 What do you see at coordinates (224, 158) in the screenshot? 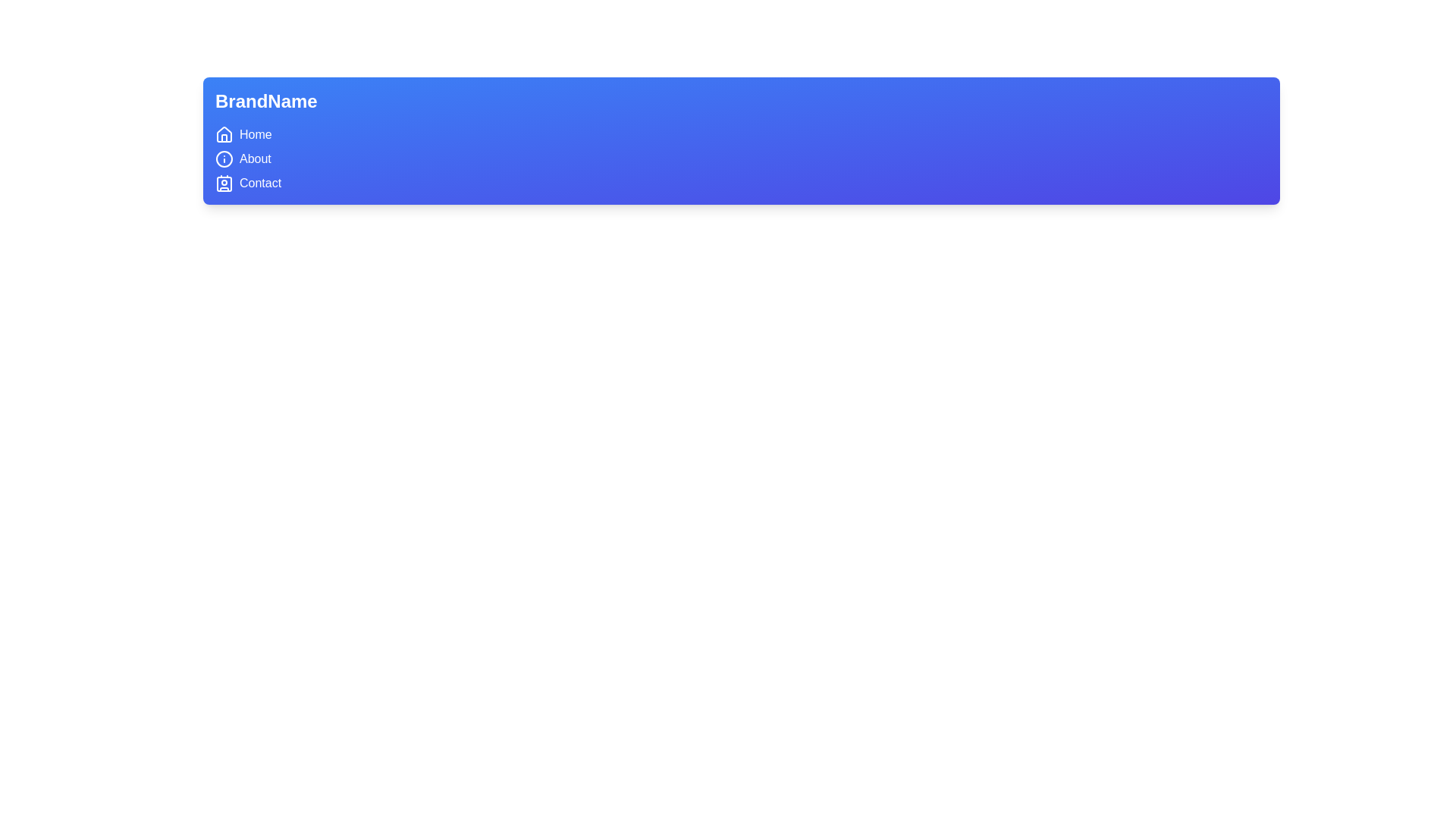
I see `filled circular icon located centrally within the information symbol, which is the second icon in the vertical menu bar` at bounding box center [224, 158].